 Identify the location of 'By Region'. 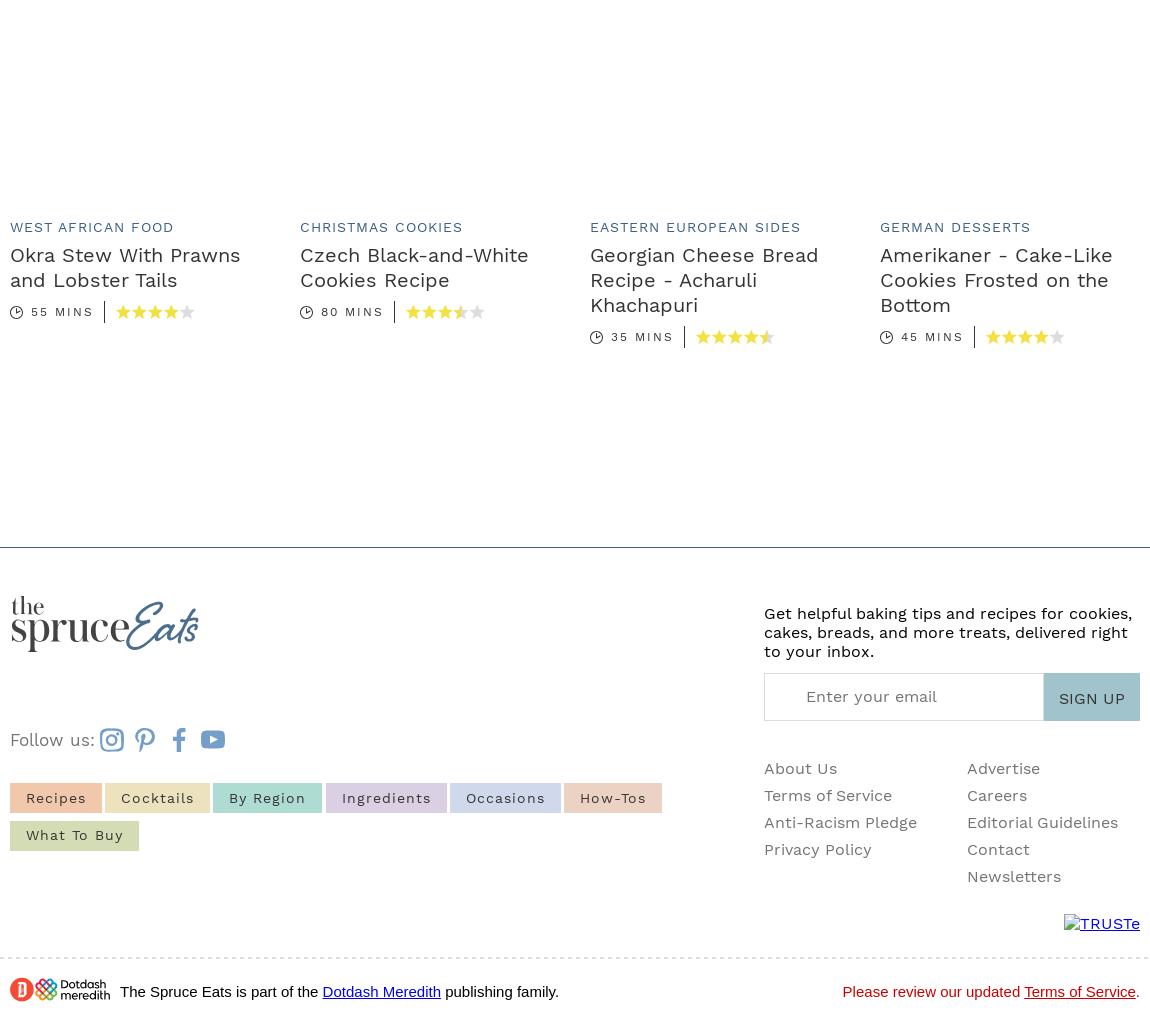
(266, 795).